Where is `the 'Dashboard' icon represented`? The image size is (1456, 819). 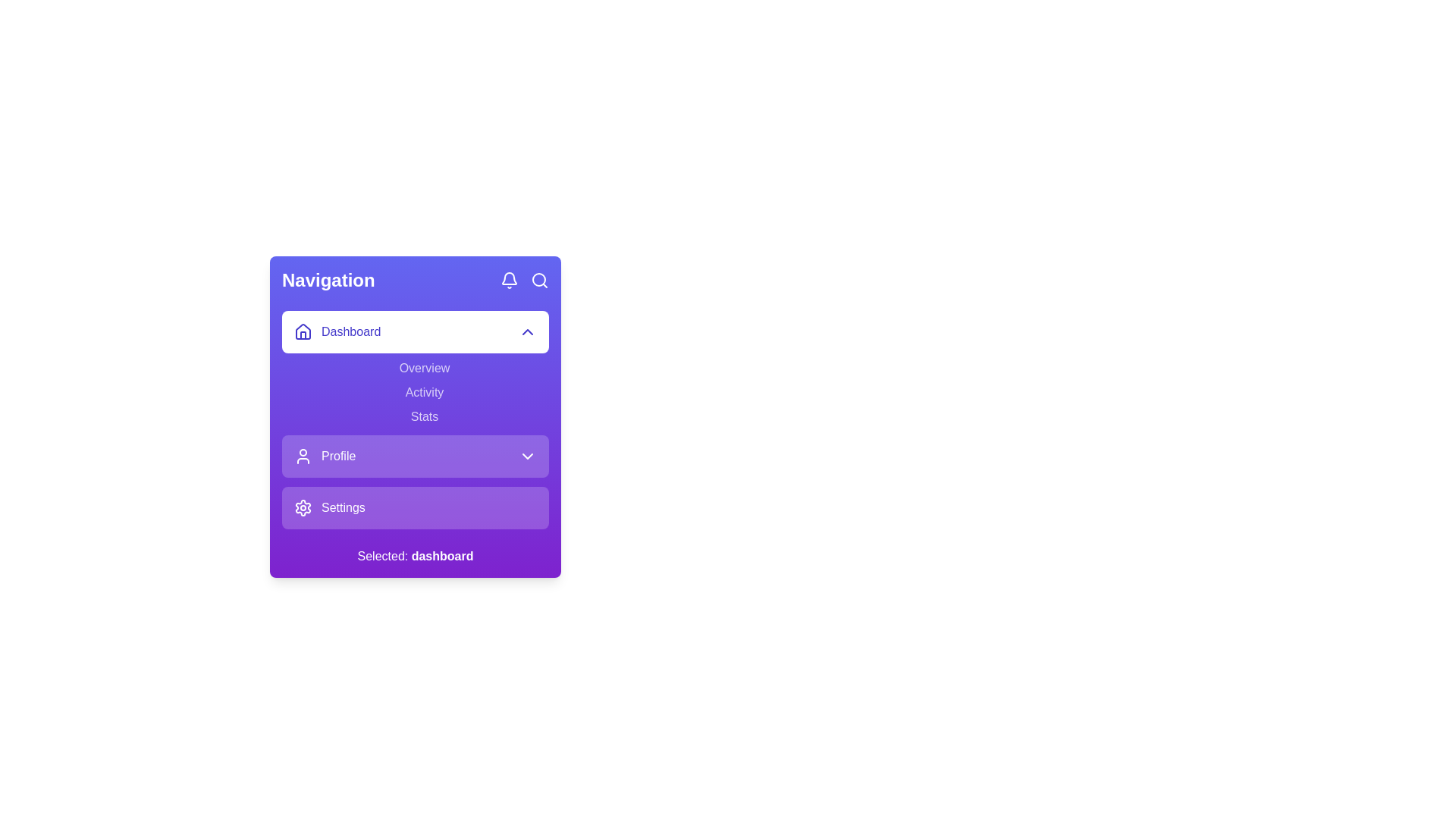
the 'Dashboard' icon represented is located at coordinates (303, 330).